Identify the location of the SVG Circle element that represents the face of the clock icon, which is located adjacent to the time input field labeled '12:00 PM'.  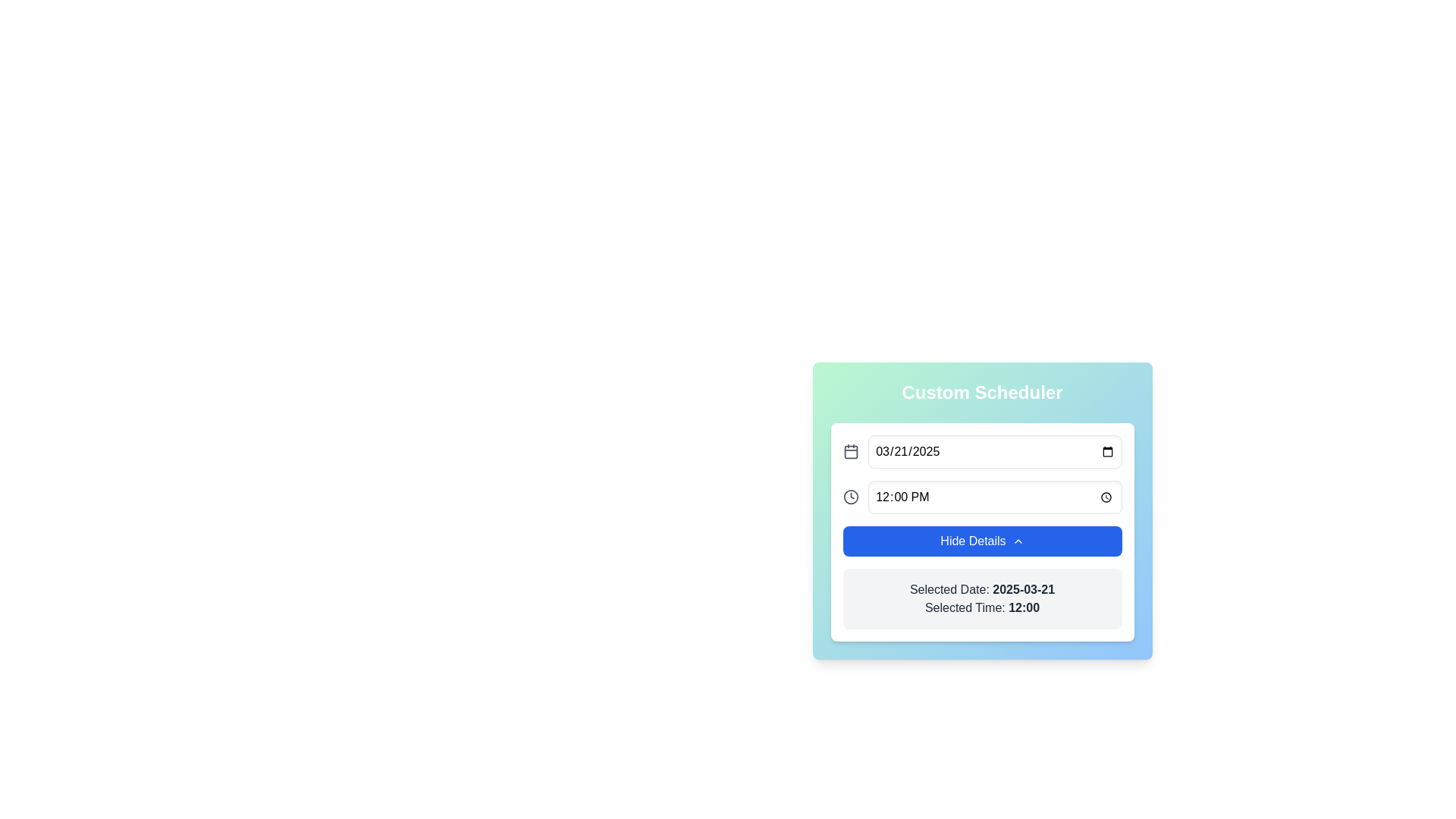
(851, 497).